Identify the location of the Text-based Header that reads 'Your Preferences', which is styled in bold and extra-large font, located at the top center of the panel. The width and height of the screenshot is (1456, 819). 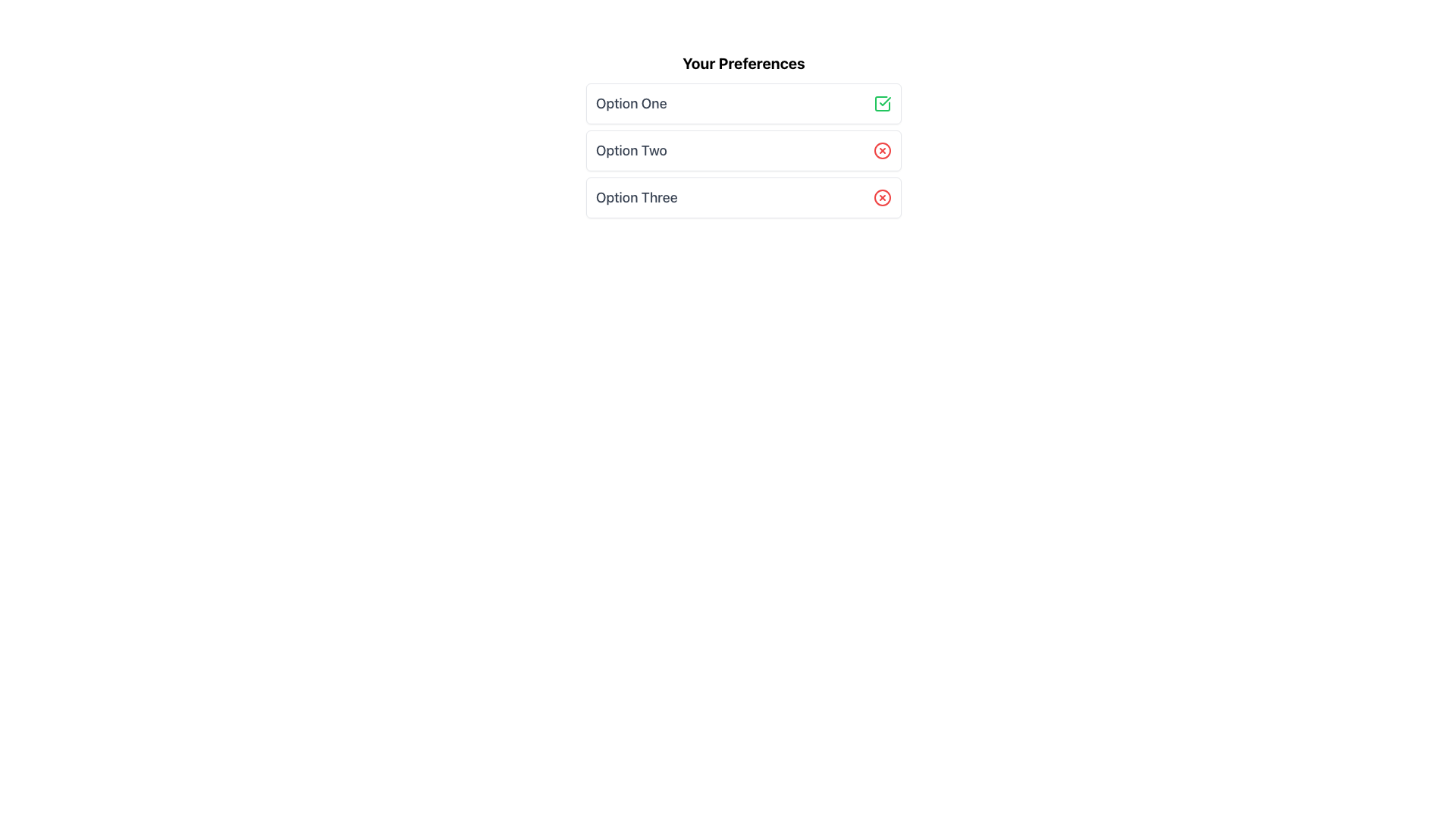
(743, 63).